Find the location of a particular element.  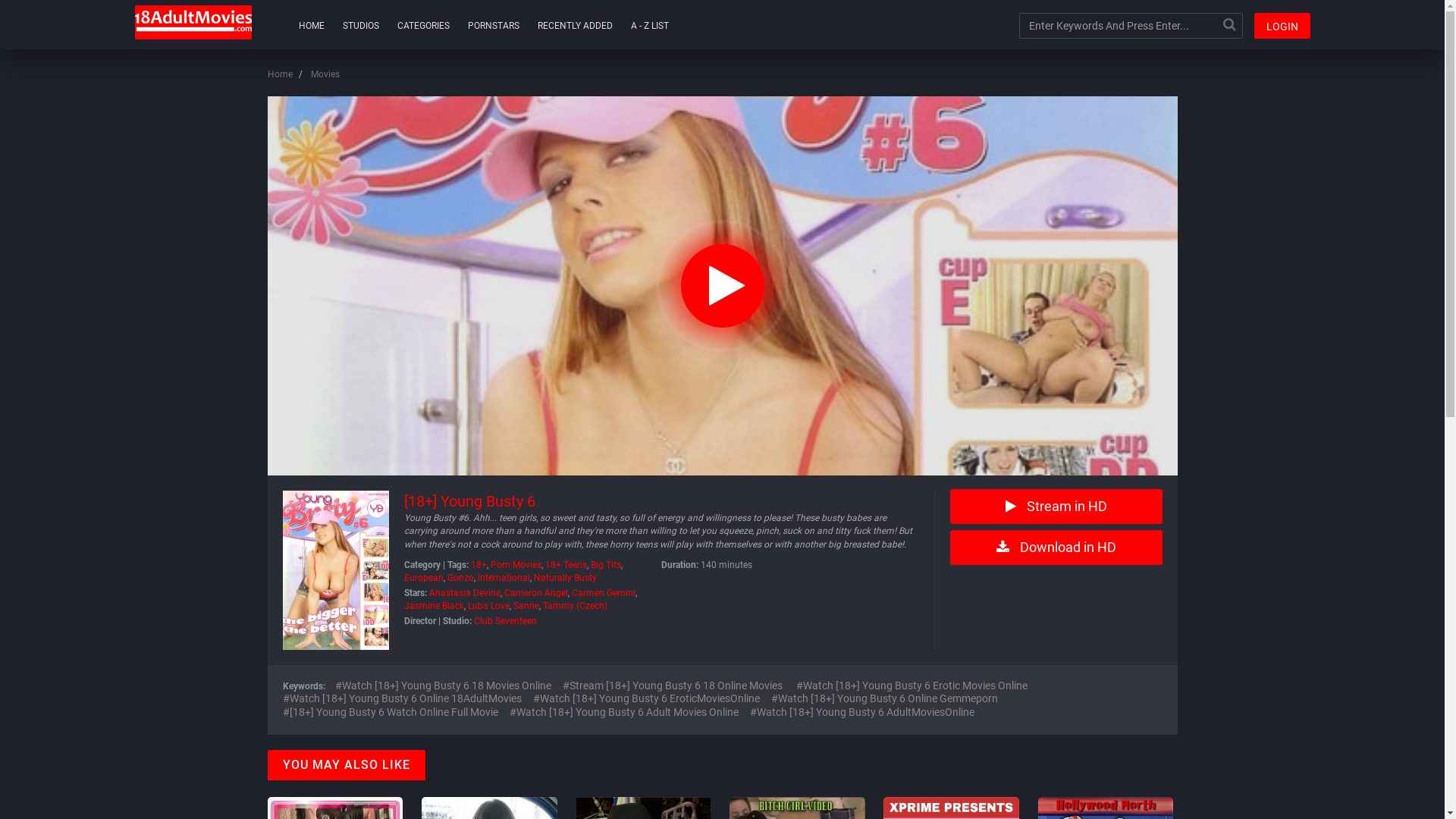

'Cameron Angel' is located at coordinates (535, 592).